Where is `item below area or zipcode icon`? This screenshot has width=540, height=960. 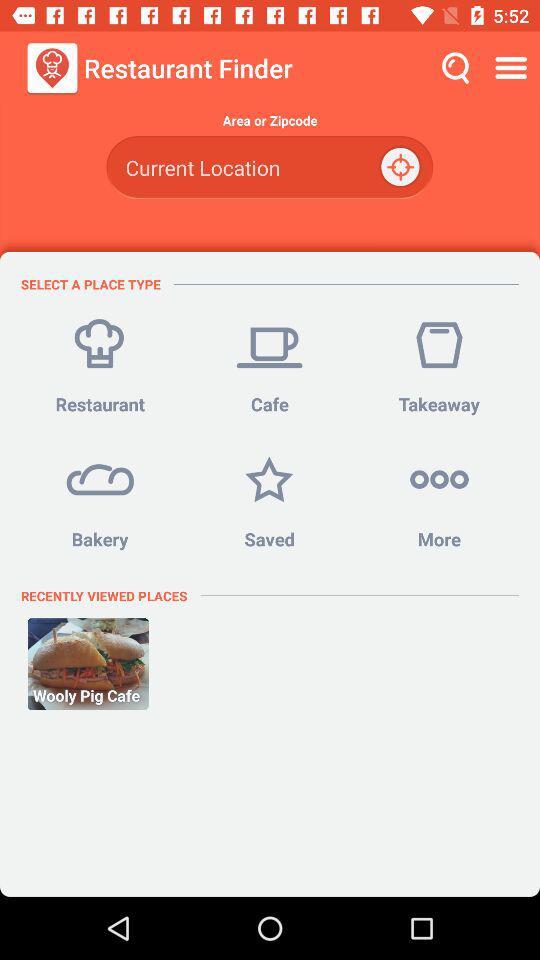
item below area or zipcode icon is located at coordinates (269, 166).